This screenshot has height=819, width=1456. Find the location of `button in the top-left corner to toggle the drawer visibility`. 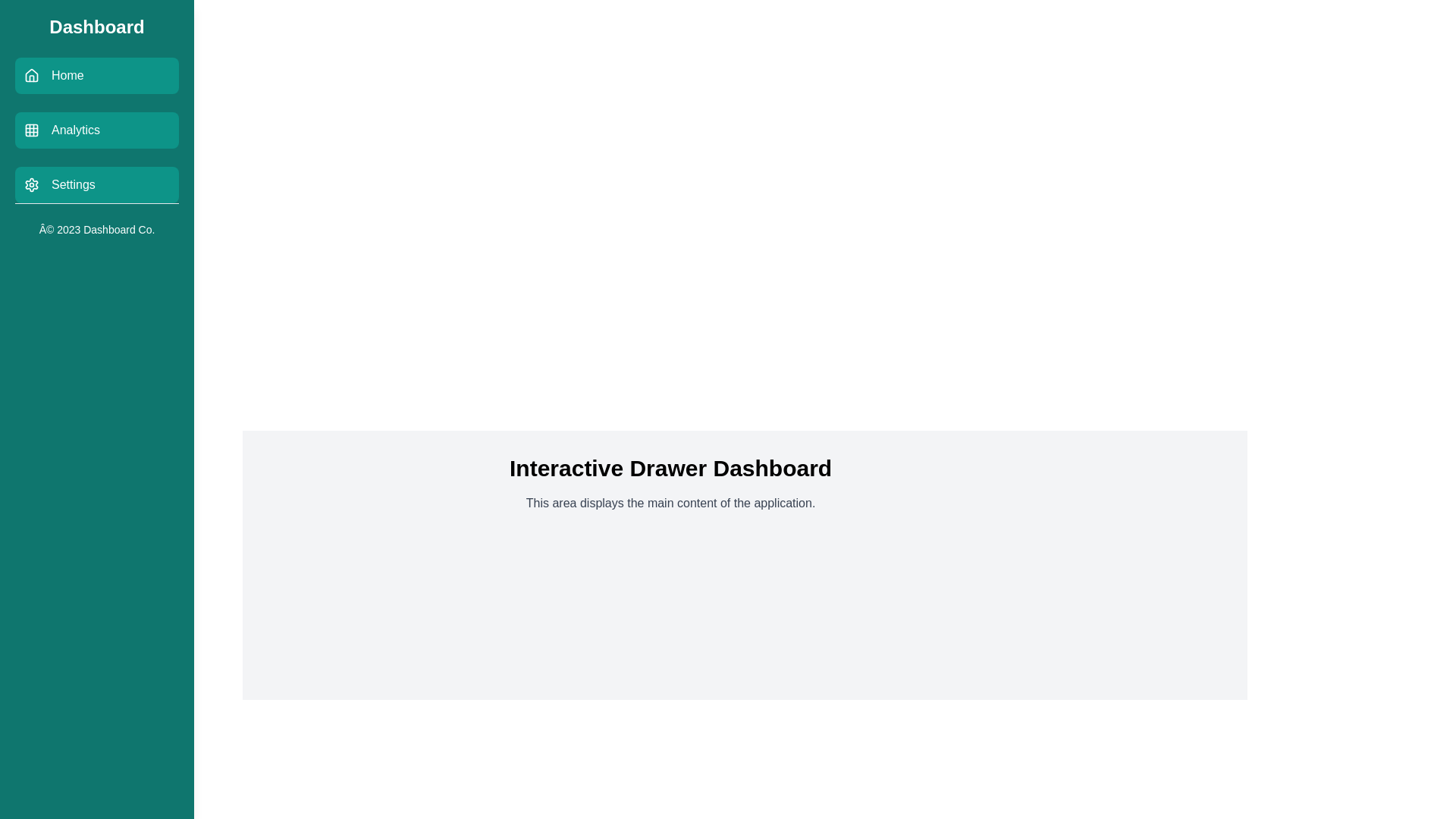

button in the top-left corner to toggle the drawer visibility is located at coordinates (33, 33).